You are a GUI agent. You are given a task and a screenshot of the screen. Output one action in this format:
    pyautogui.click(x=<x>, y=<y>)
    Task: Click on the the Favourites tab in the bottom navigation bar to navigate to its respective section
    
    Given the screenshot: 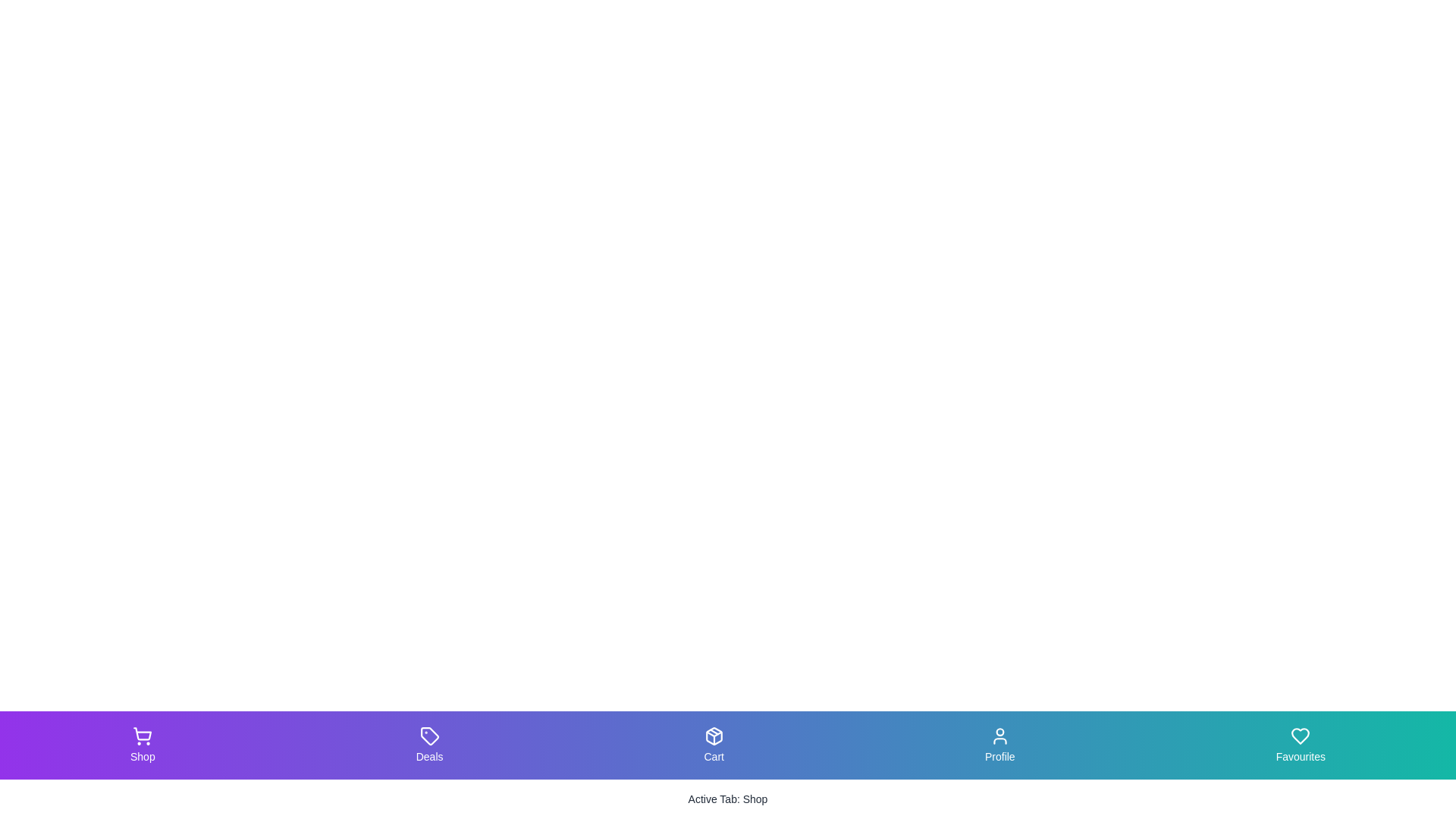 What is the action you would take?
    pyautogui.click(x=1299, y=745)
    